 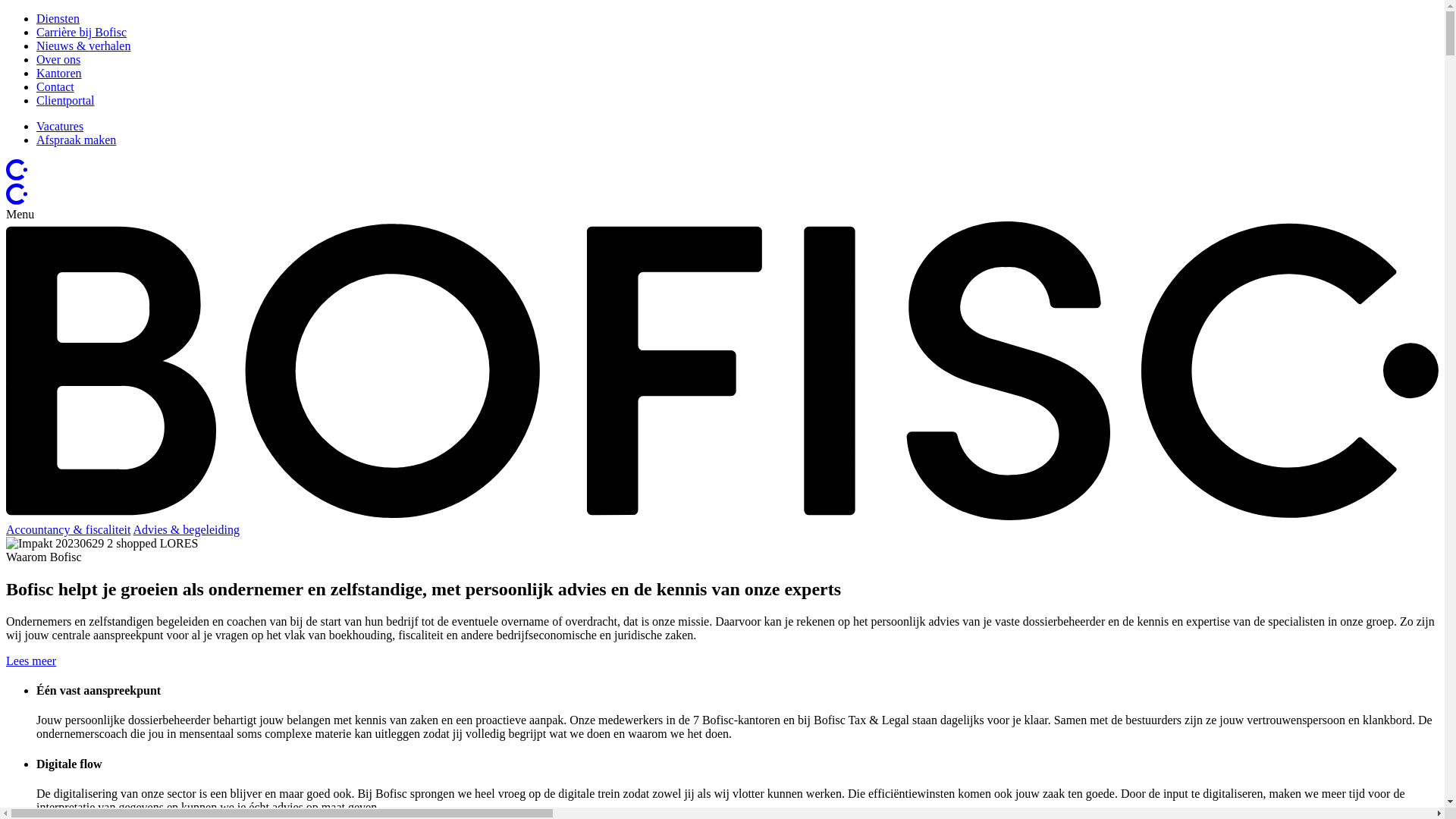 I want to click on 'Clientportal', so click(x=64, y=100).